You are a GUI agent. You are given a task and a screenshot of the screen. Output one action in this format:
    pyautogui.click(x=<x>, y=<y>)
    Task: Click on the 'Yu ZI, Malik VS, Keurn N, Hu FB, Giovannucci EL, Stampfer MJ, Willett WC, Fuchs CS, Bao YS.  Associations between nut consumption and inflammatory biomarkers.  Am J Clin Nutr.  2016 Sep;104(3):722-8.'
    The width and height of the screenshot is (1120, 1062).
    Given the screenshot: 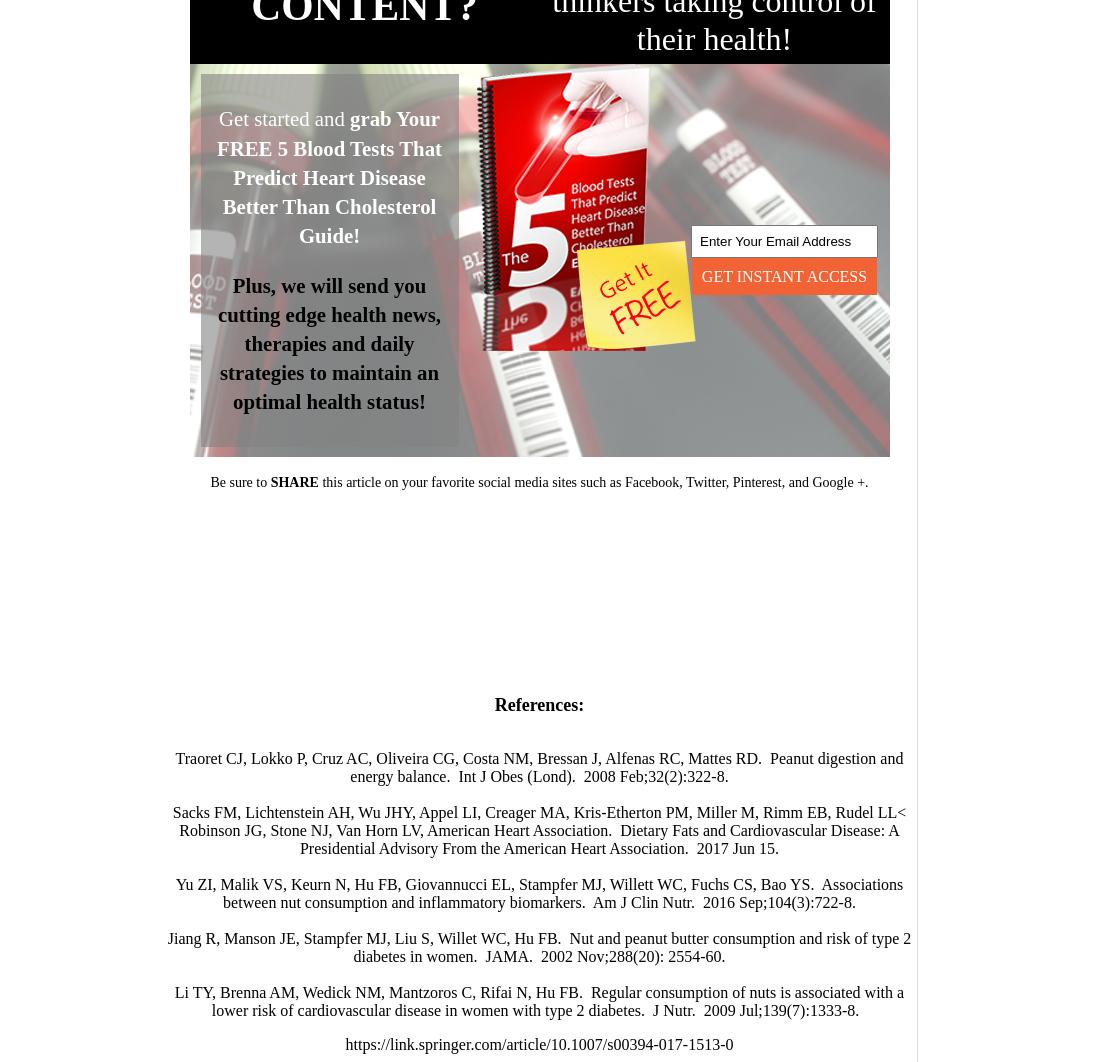 What is the action you would take?
    pyautogui.click(x=539, y=892)
    